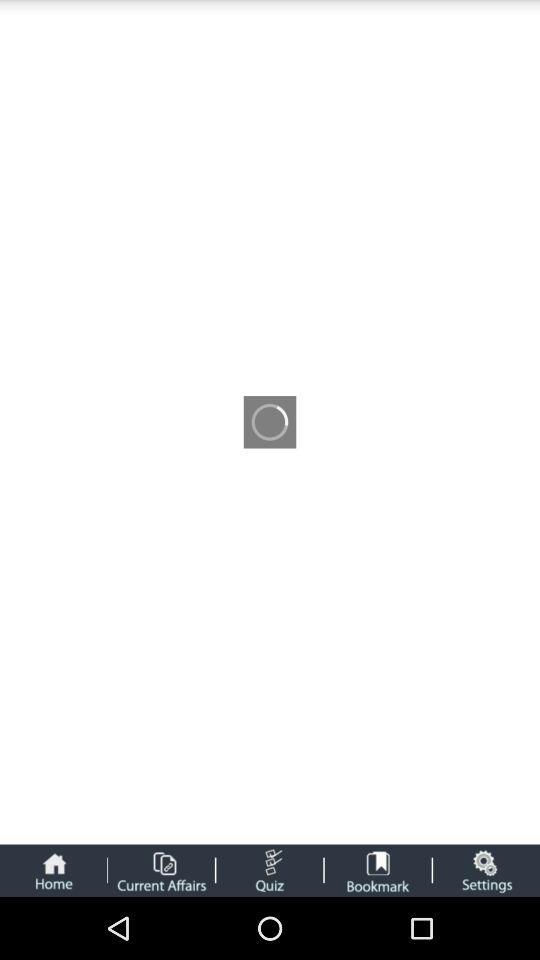  Describe the element at coordinates (378, 869) in the screenshot. I see `bookmarks` at that location.